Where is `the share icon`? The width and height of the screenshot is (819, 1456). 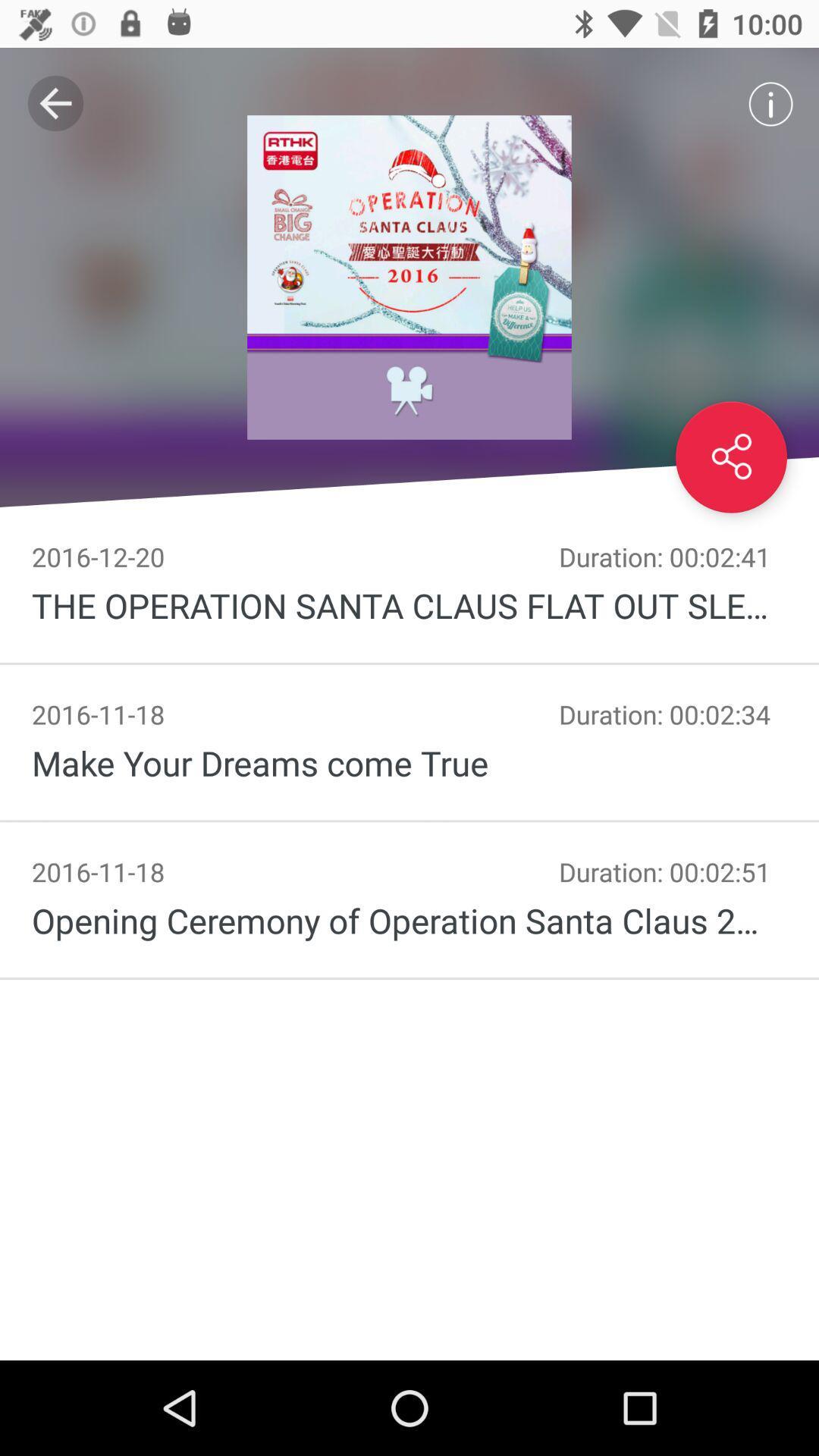 the share icon is located at coordinates (730, 457).